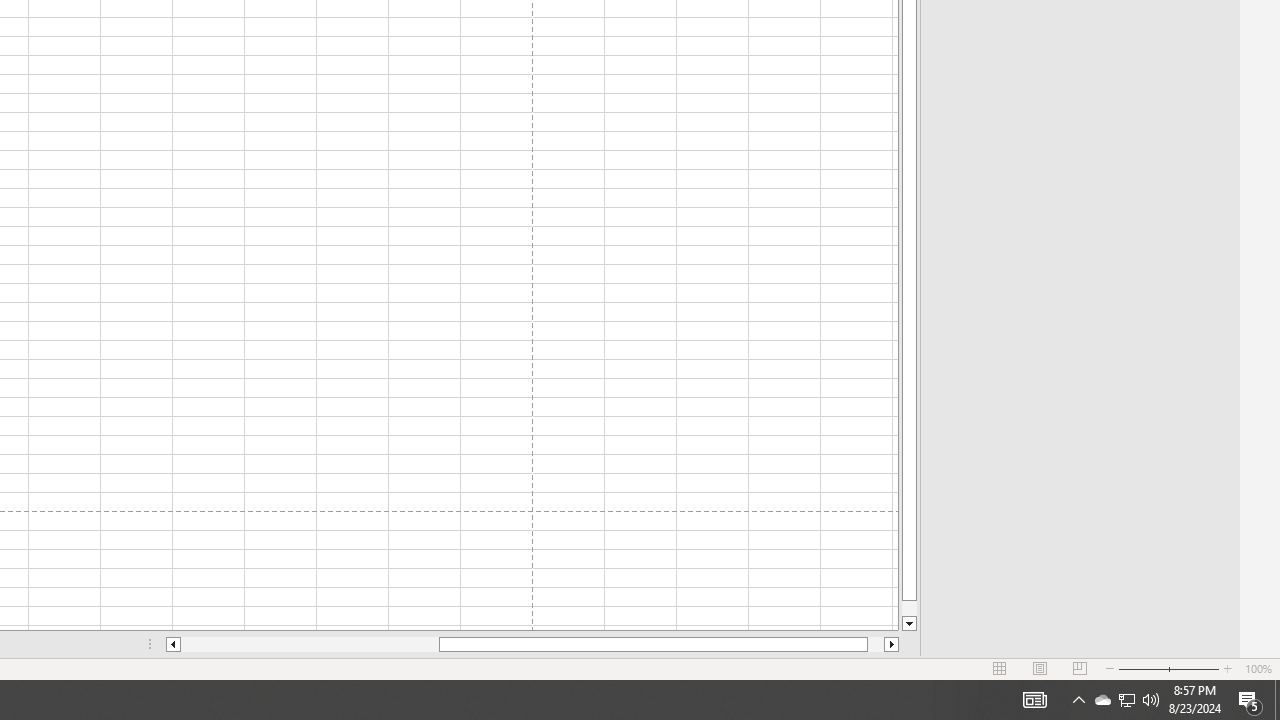  I want to click on 'Page left', so click(308, 644).